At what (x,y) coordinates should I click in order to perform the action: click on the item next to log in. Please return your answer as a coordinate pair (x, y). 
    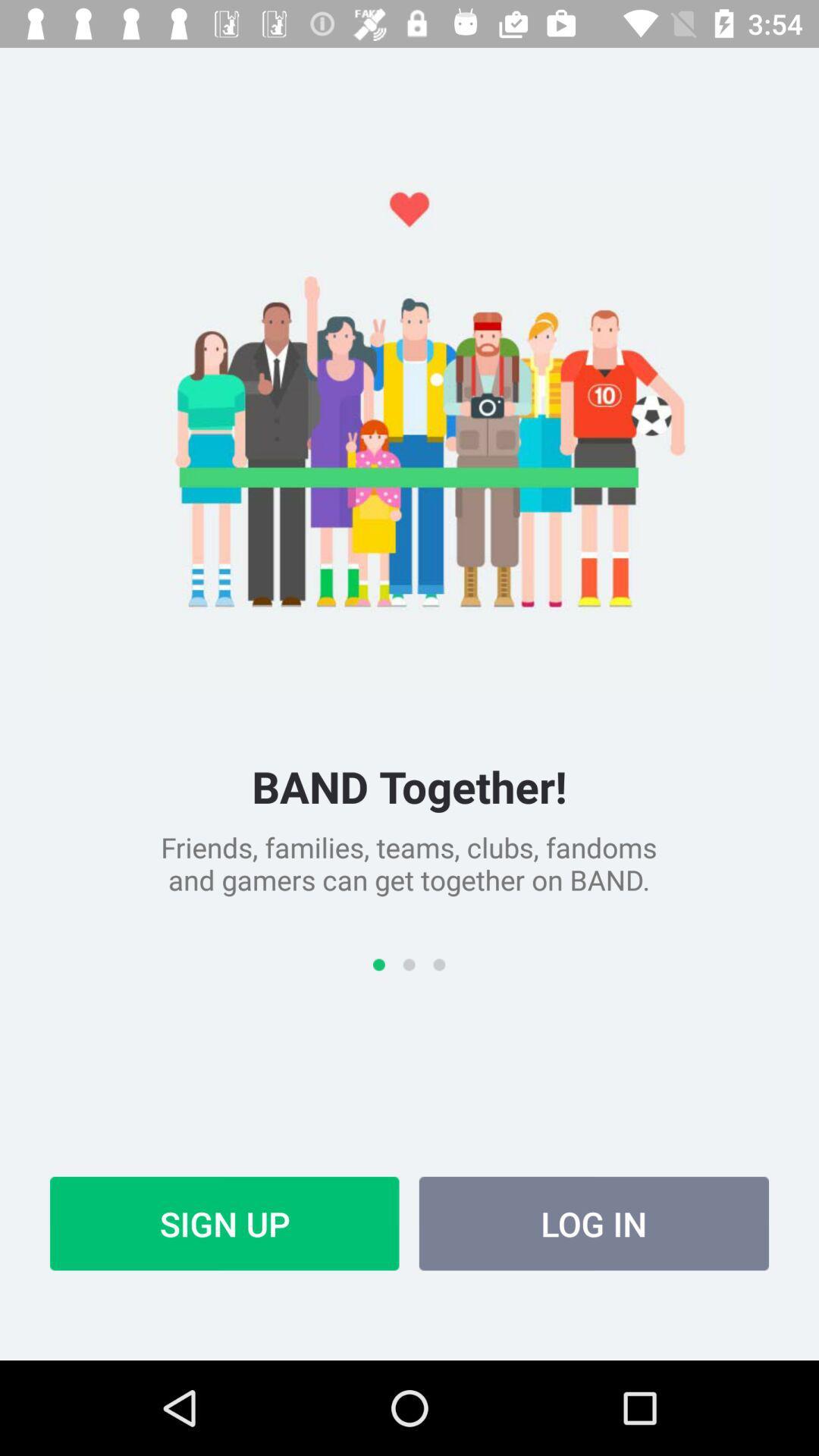
    Looking at the image, I should click on (224, 1223).